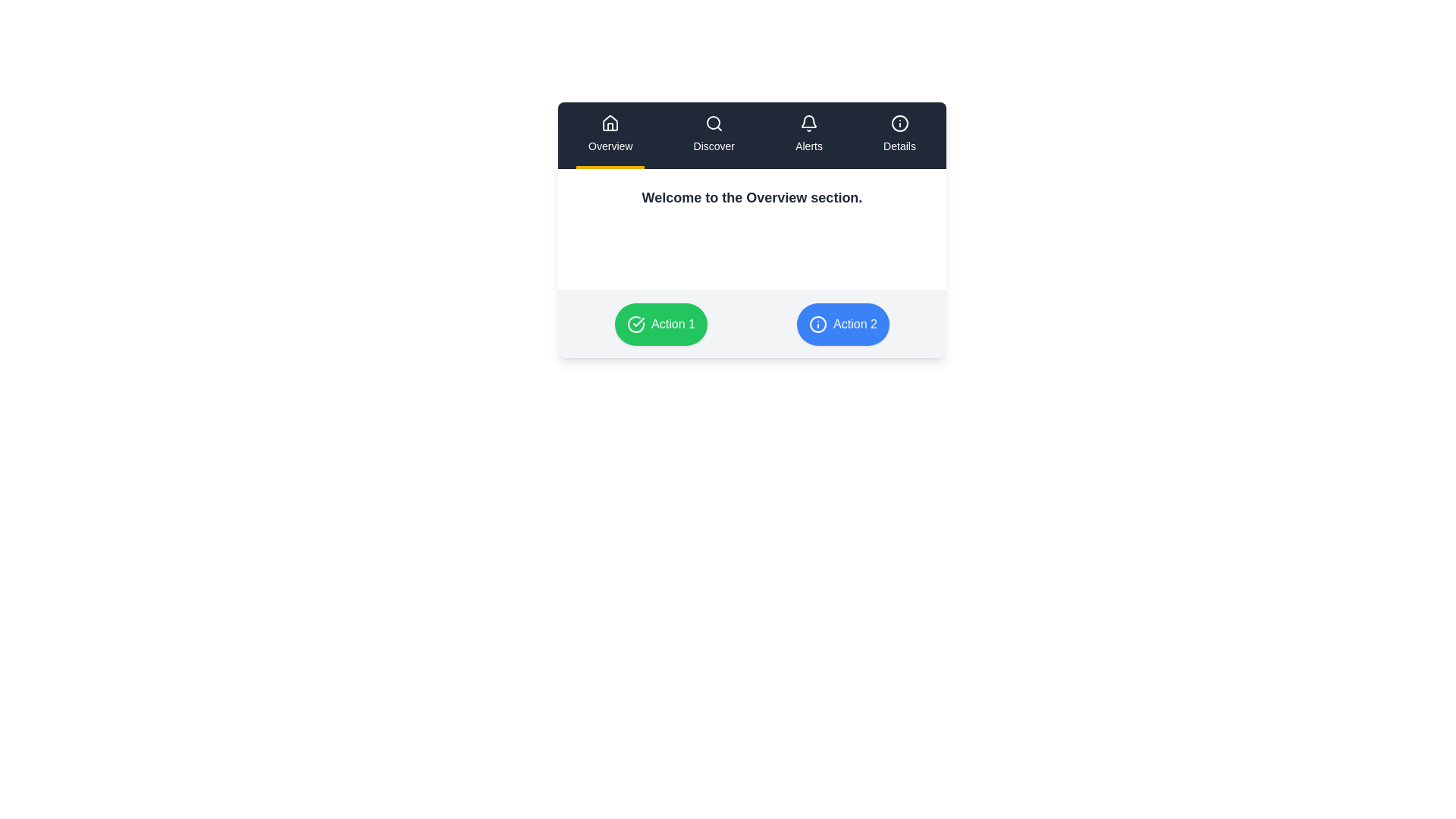 The height and width of the screenshot is (819, 1456). I want to click on the state of the alert icon located in the navigation bar, third from the left, indicating notifications or updates, so click(808, 121).